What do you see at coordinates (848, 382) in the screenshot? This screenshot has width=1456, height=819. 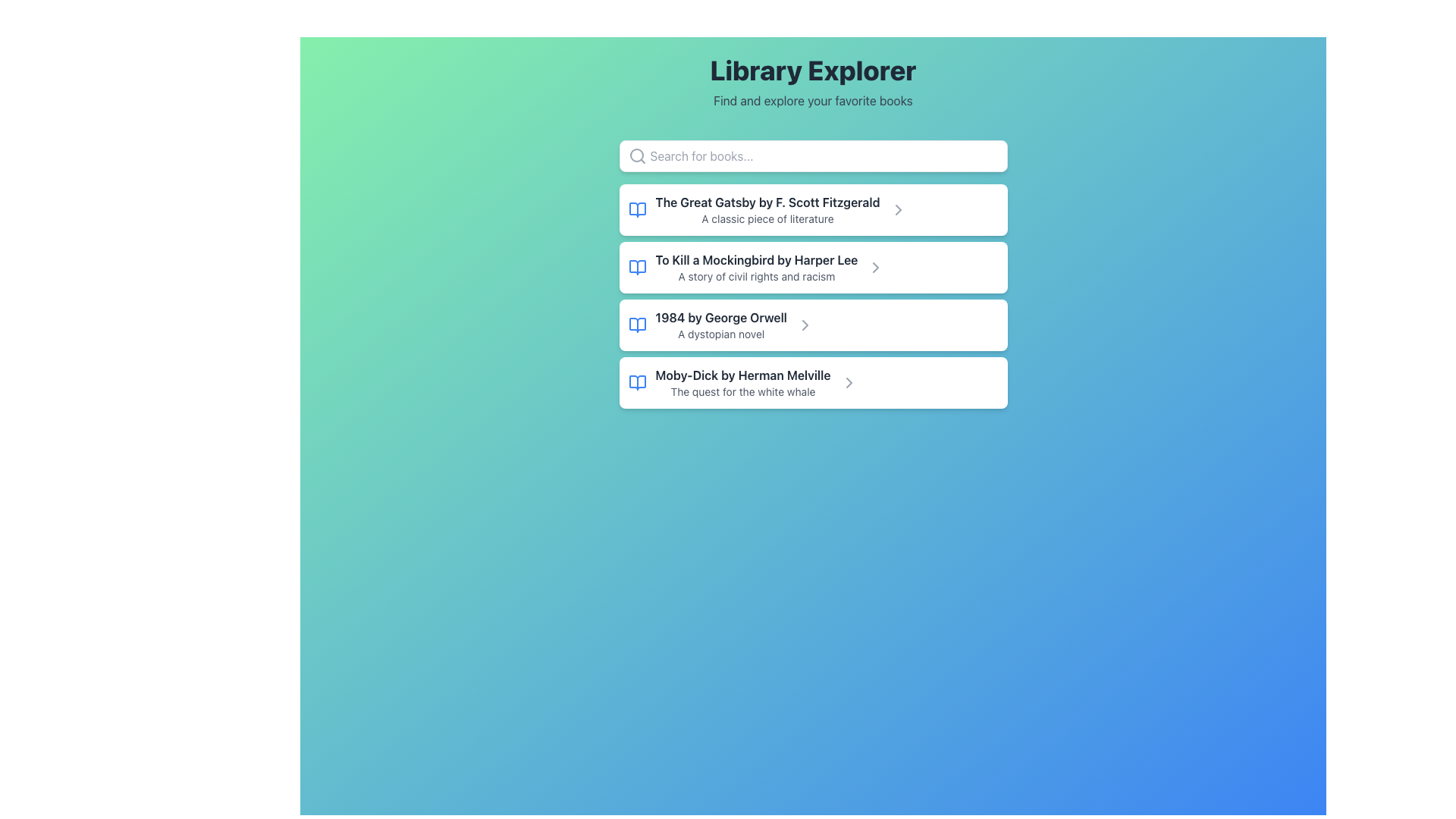 I see `the small right-pointing chevron icon at the far right end of the list item representing 'Moby-Dick by Herman Melville'` at bounding box center [848, 382].